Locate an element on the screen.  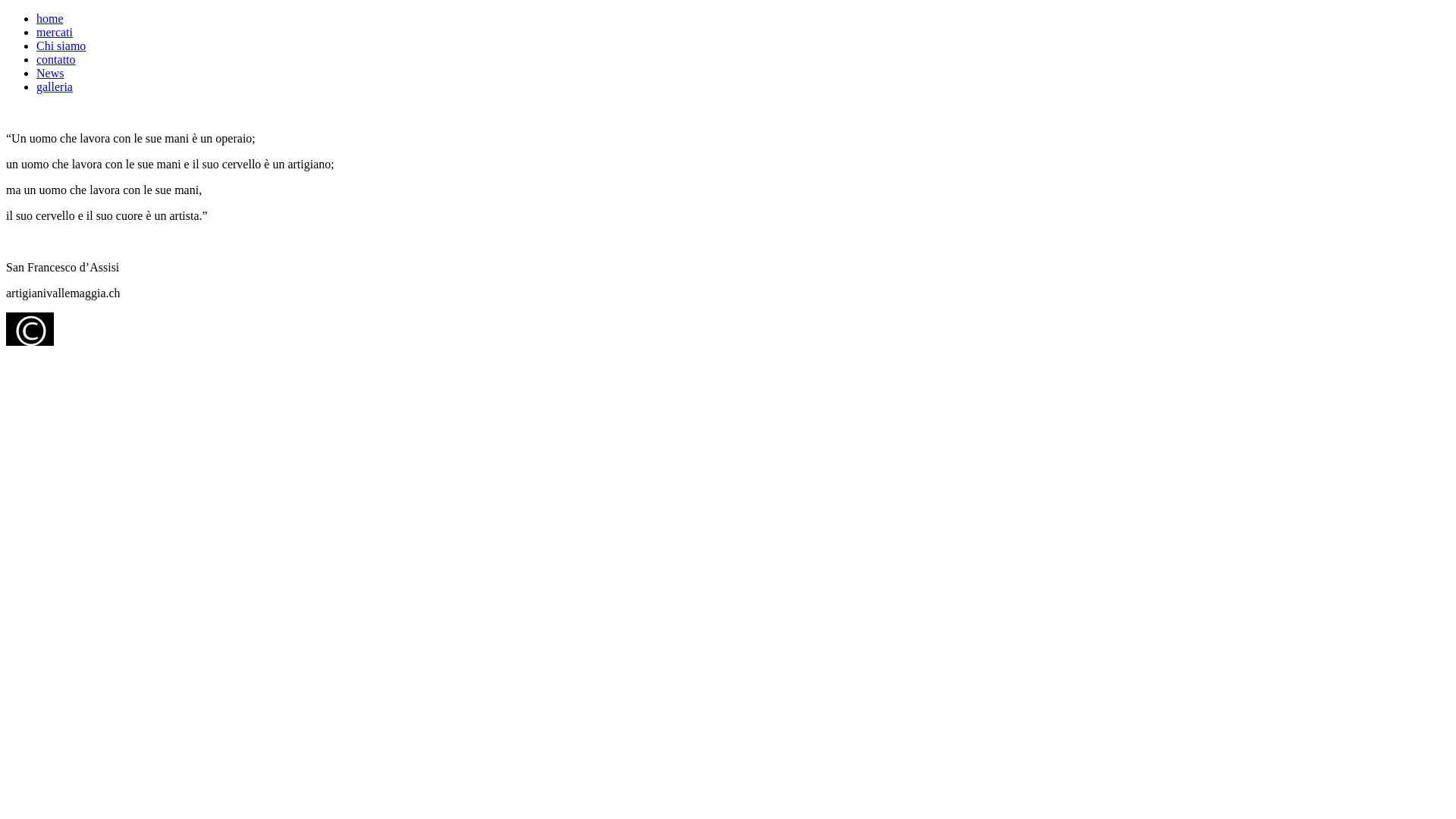
'Chi siamo' is located at coordinates (61, 45).